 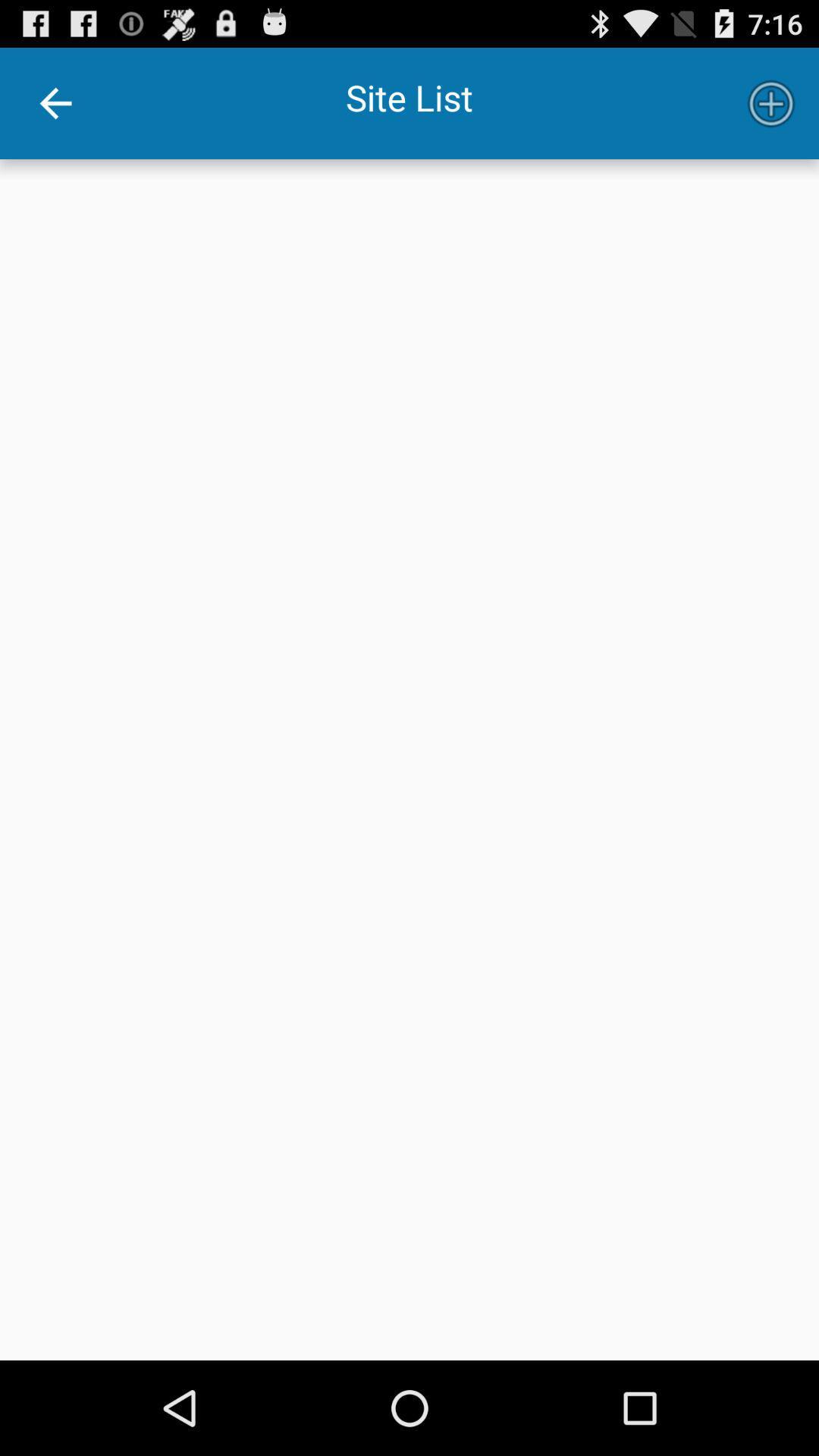 I want to click on the icon at the center, so click(x=409, y=760).